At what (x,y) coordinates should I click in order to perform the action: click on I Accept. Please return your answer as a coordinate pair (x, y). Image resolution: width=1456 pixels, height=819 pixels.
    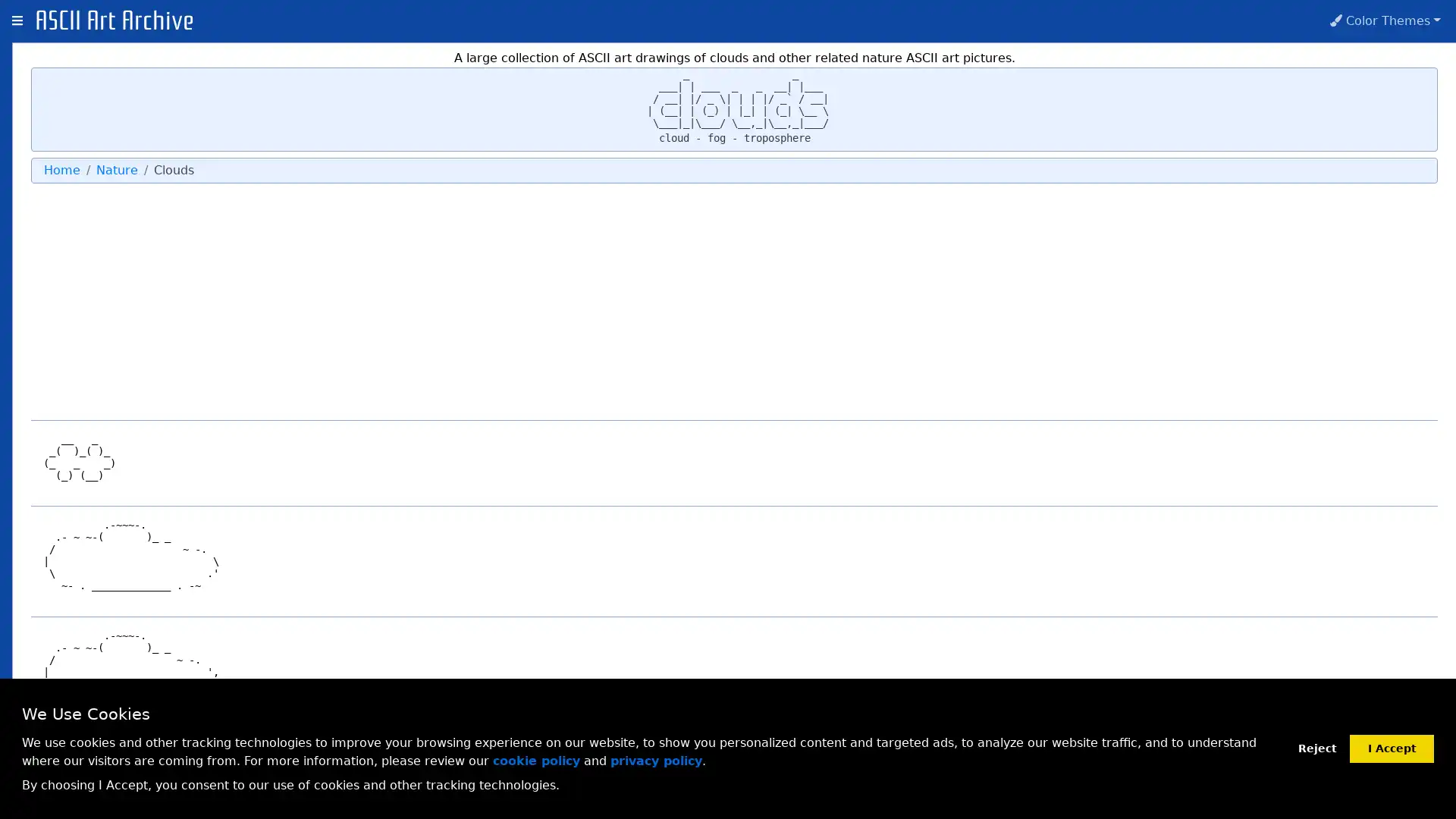
    Looking at the image, I should click on (1392, 747).